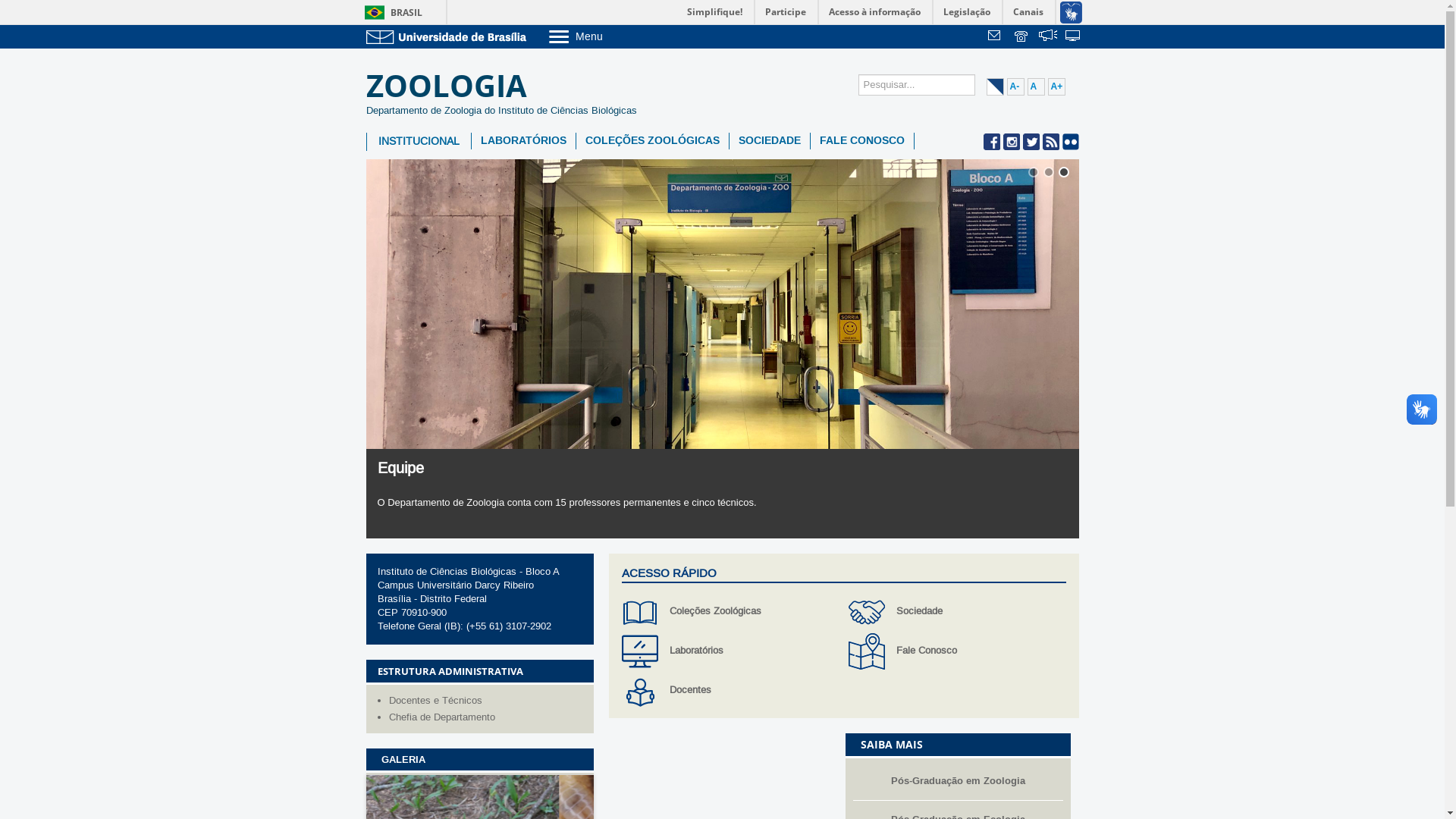 The image size is (1456, 819). I want to click on 'BRASIL', so click(390, 12).